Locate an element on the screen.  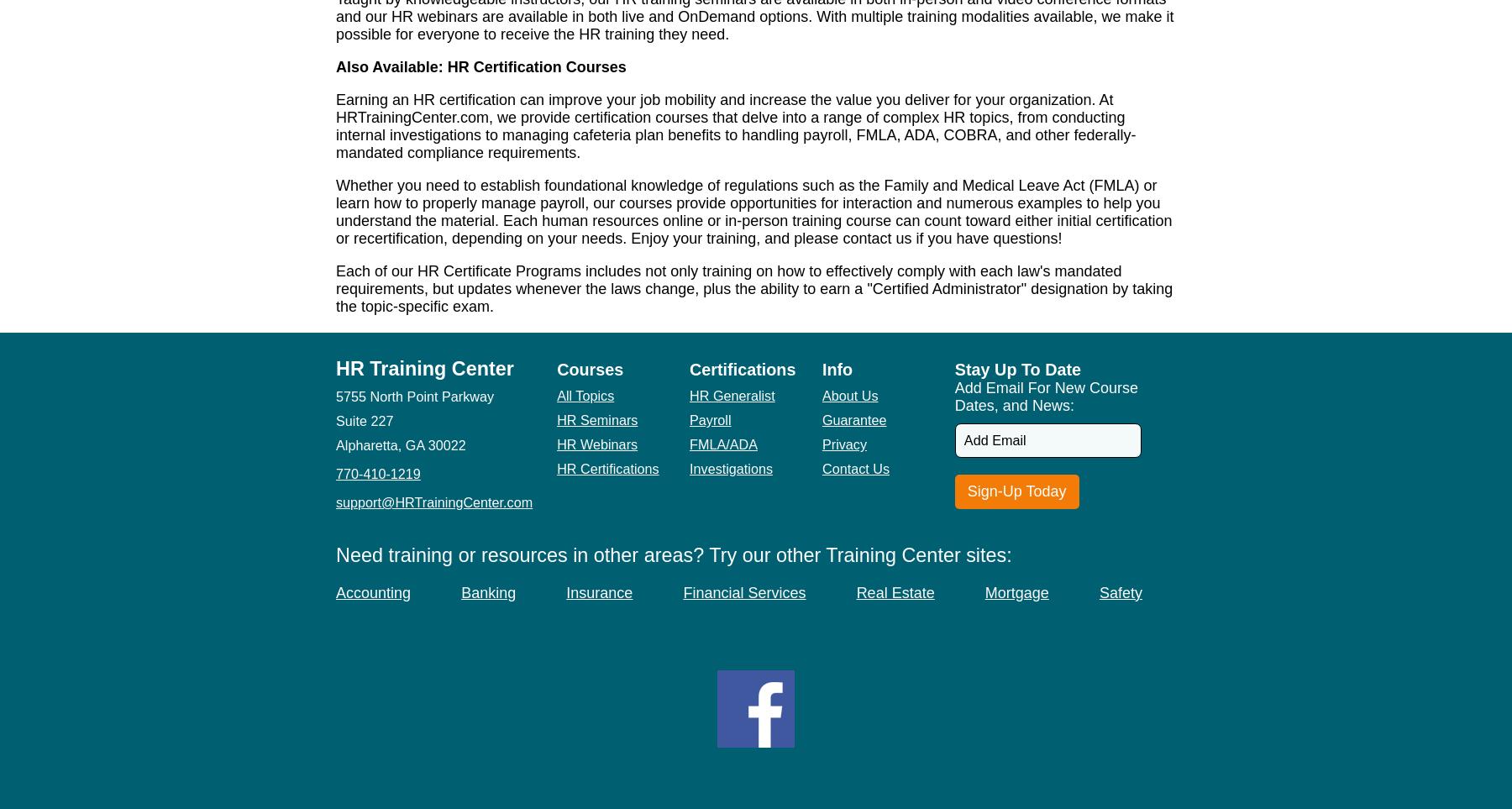
'HR Training Center' is located at coordinates (423, 368).